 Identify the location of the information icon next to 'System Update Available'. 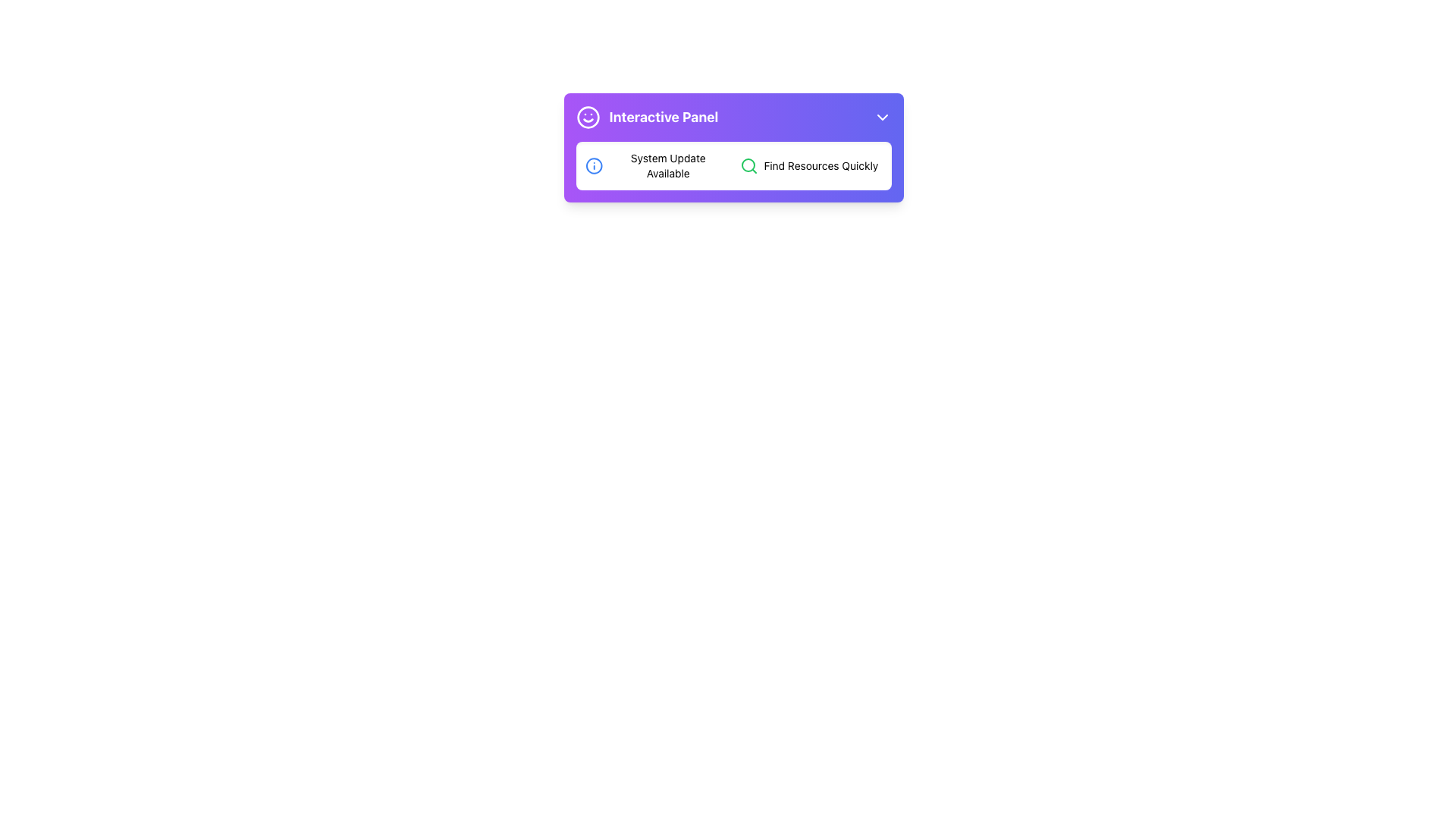
(593, 166).